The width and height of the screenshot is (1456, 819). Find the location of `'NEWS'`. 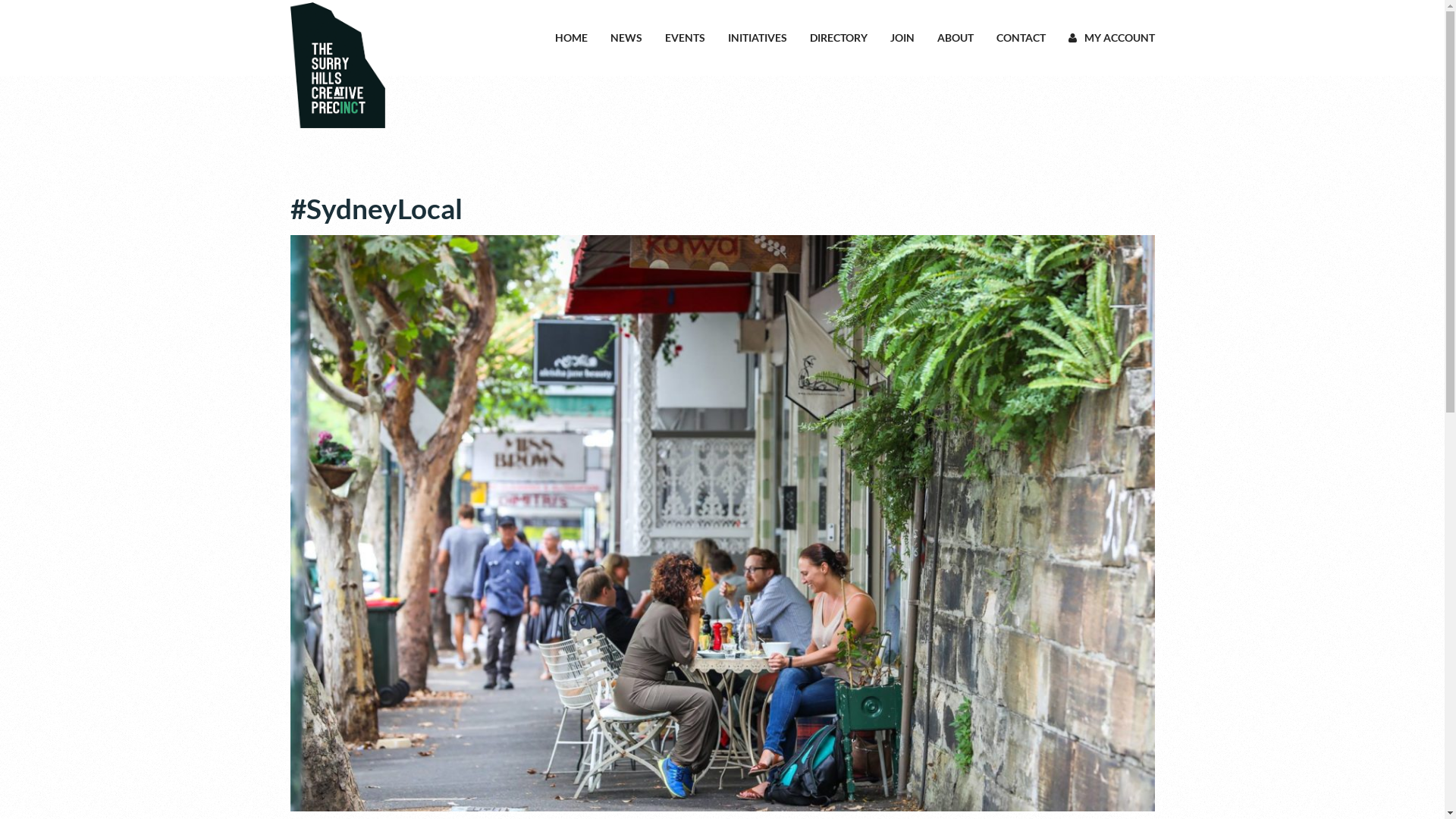

'NEWS' is located at coordinates (626, 37).